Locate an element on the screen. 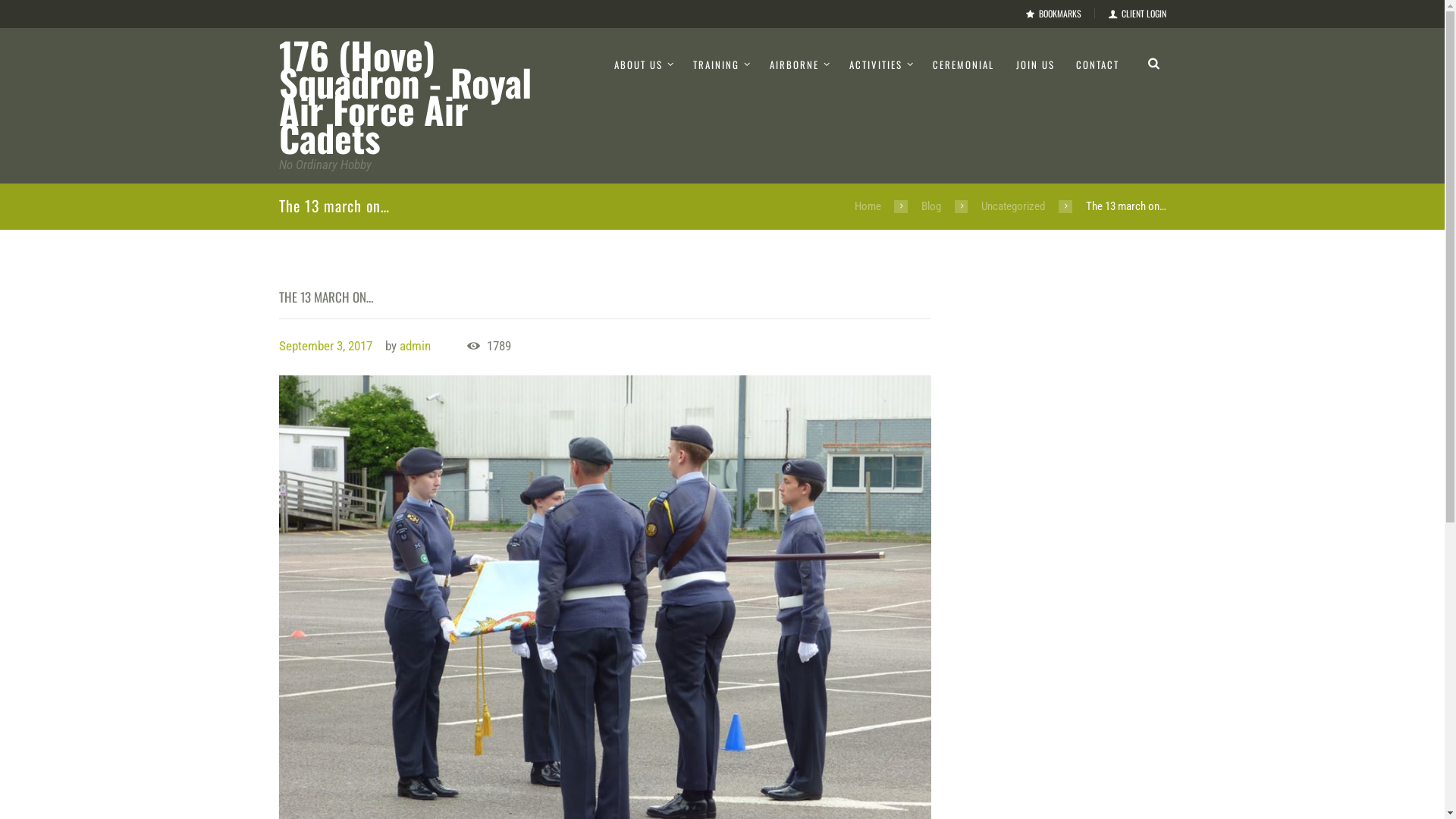 This screenshot has height=819, width=1456. 'Home' is located at coordinates (868, 206).